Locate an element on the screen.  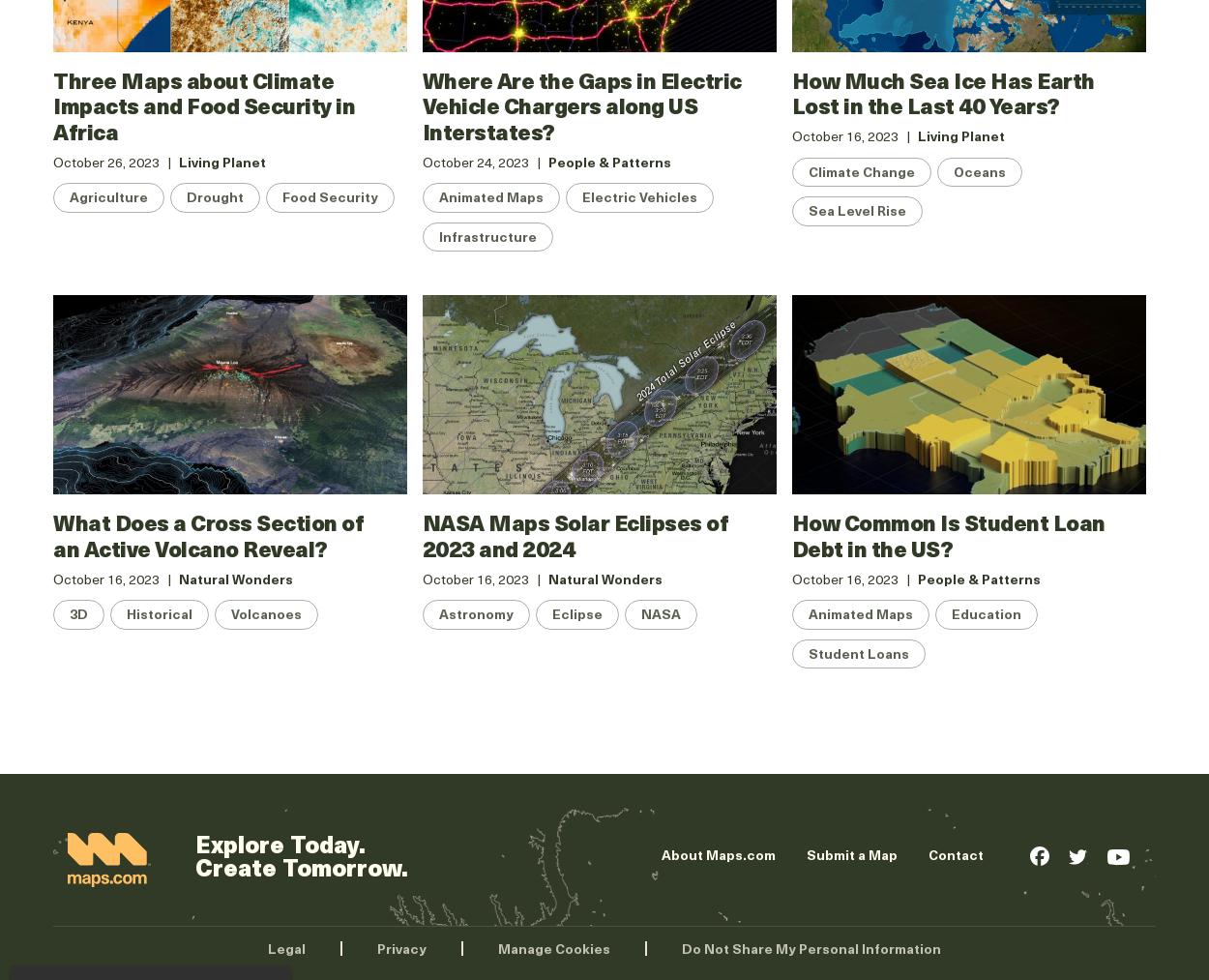
'How Common Is Student Loan Debt in the US?' is located at coordinates (947, 534).